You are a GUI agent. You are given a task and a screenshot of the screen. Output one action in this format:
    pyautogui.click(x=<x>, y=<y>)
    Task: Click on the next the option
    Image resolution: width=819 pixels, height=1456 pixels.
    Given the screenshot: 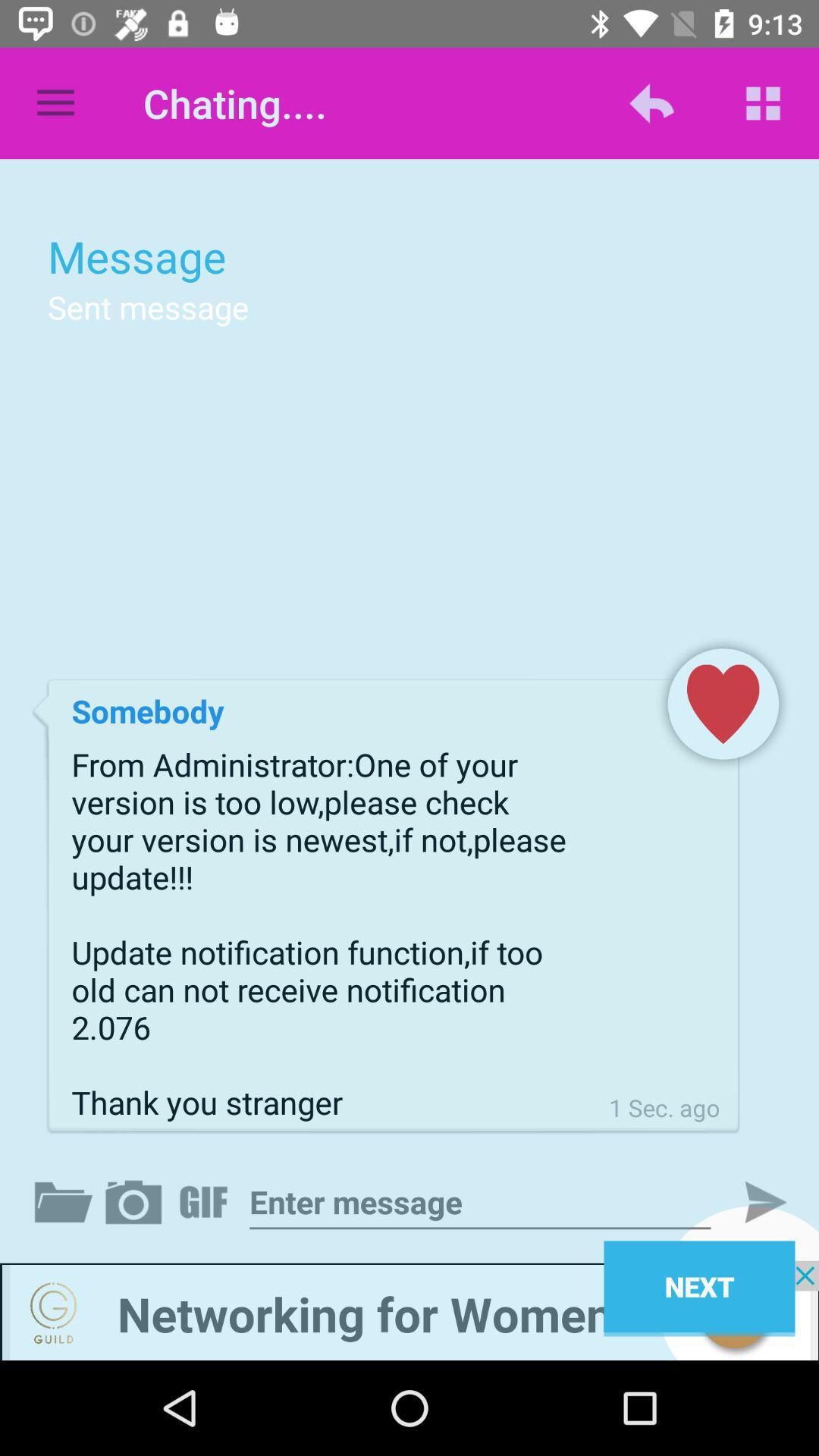 What is the action you would take?
    pyautogui.click(x=752, y=1201)
    